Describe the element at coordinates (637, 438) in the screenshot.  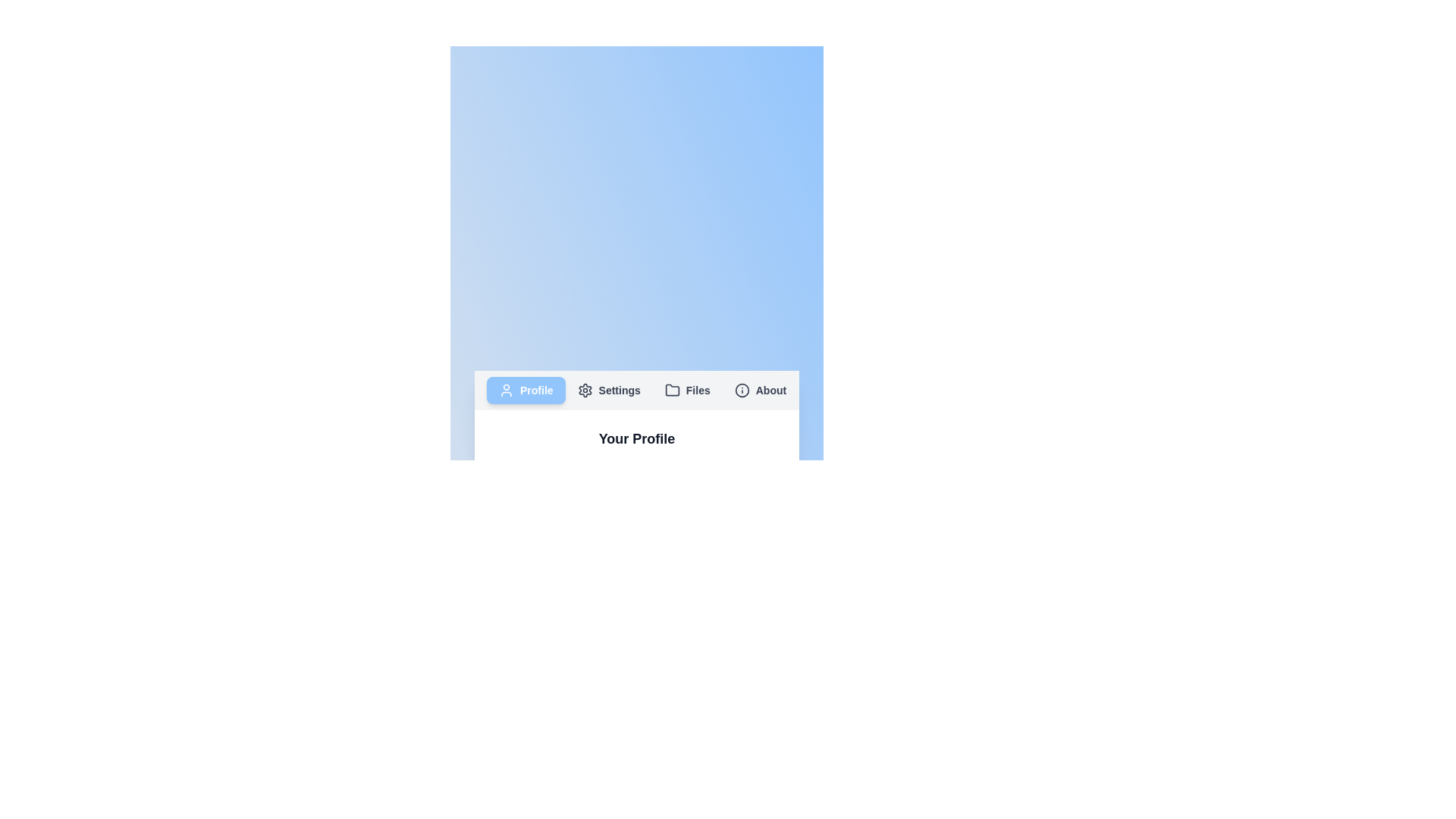
I see `the text label displaying 'Your Profile' in bold, large, black font, located directly below the navigation bar` at that location.